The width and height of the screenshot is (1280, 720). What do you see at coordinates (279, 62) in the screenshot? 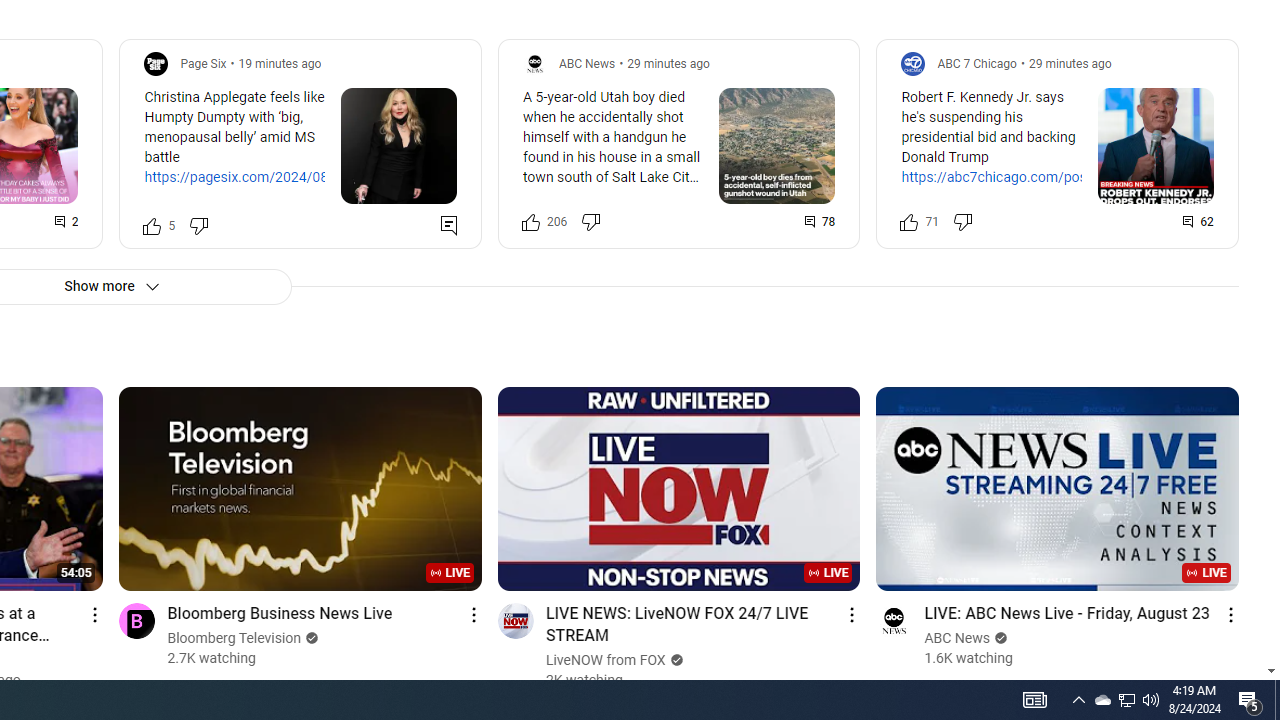
I see `'19 minutes ago'` at bounding box center [279, 62].